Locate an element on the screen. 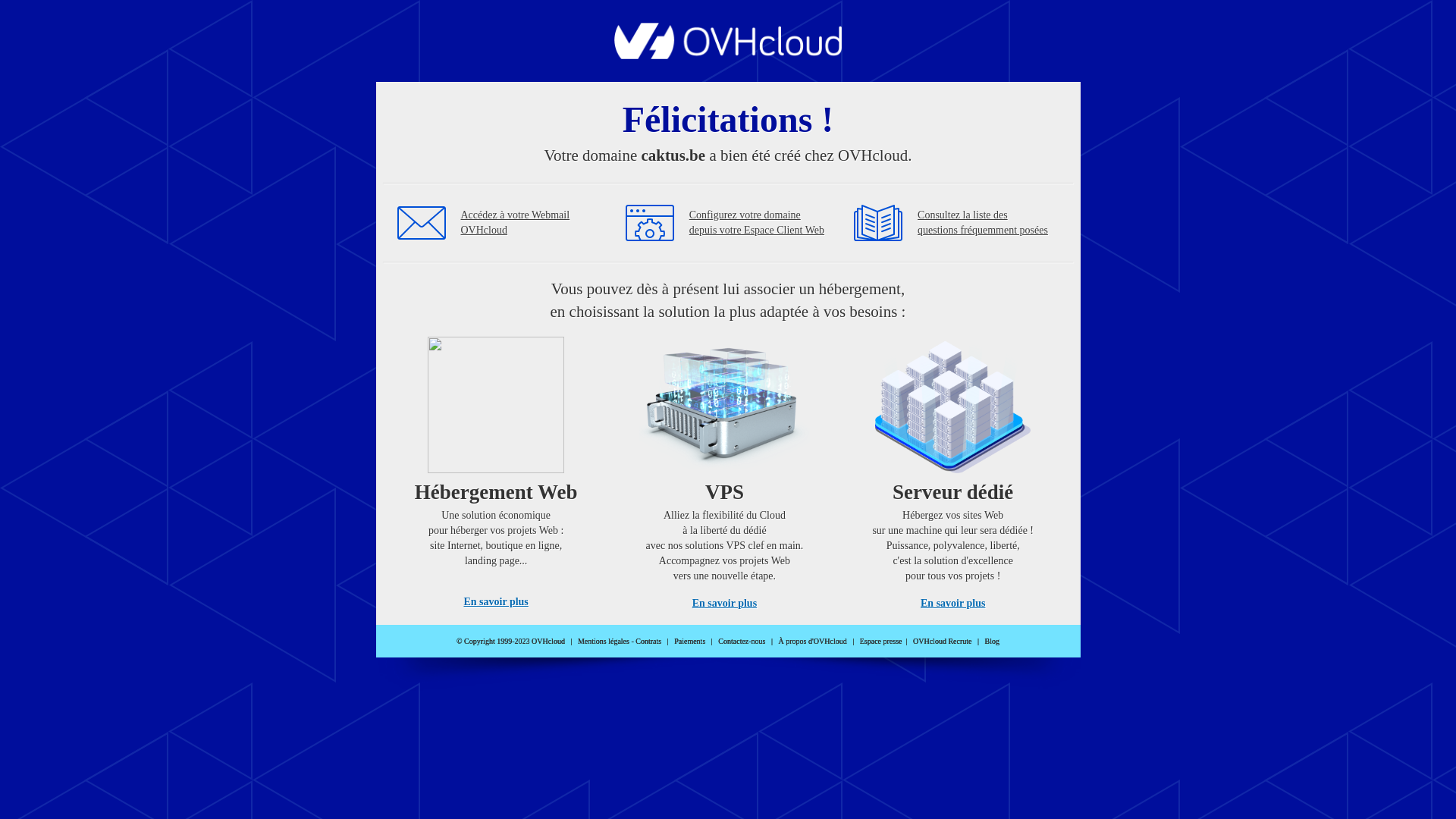 This screenshot has height=819, width=1456. 'Configurez votre domaine is located at coordinates (757, 222).